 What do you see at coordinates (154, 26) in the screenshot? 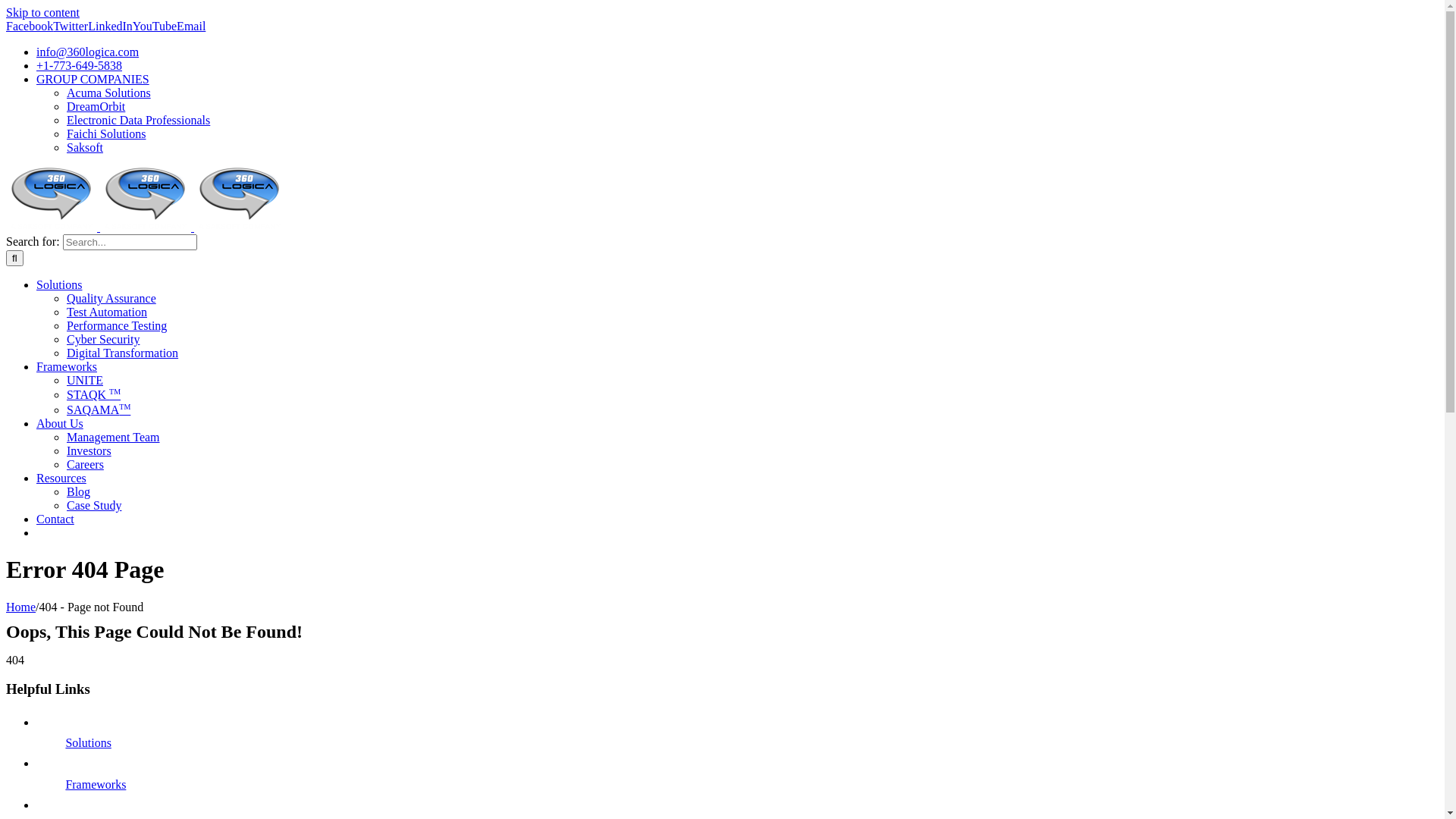
I see `'YouTube'` at bounding box center [154, 26].